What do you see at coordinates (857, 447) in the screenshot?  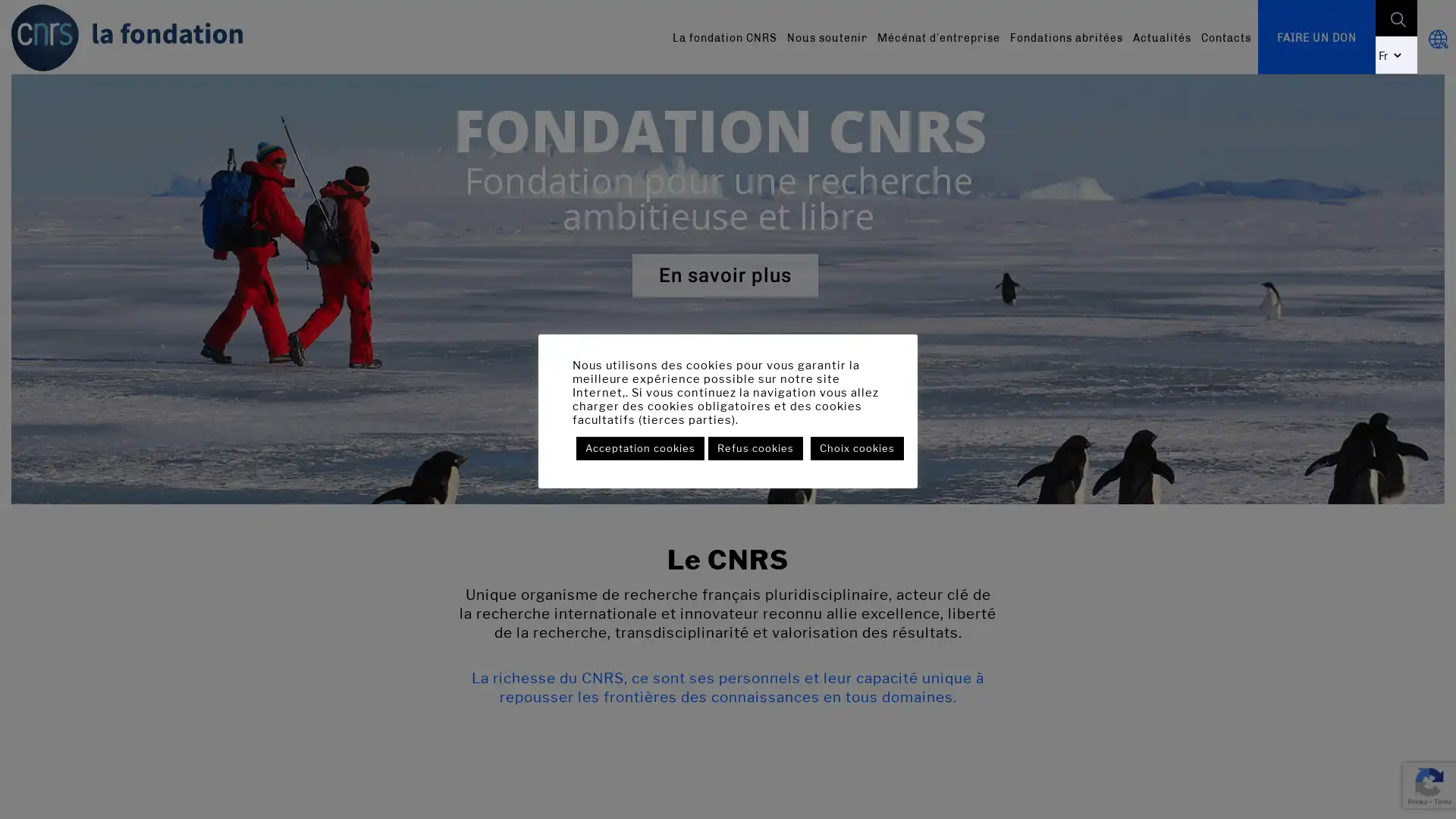 I see `Choix cookies` at bounding box center [857, 447].